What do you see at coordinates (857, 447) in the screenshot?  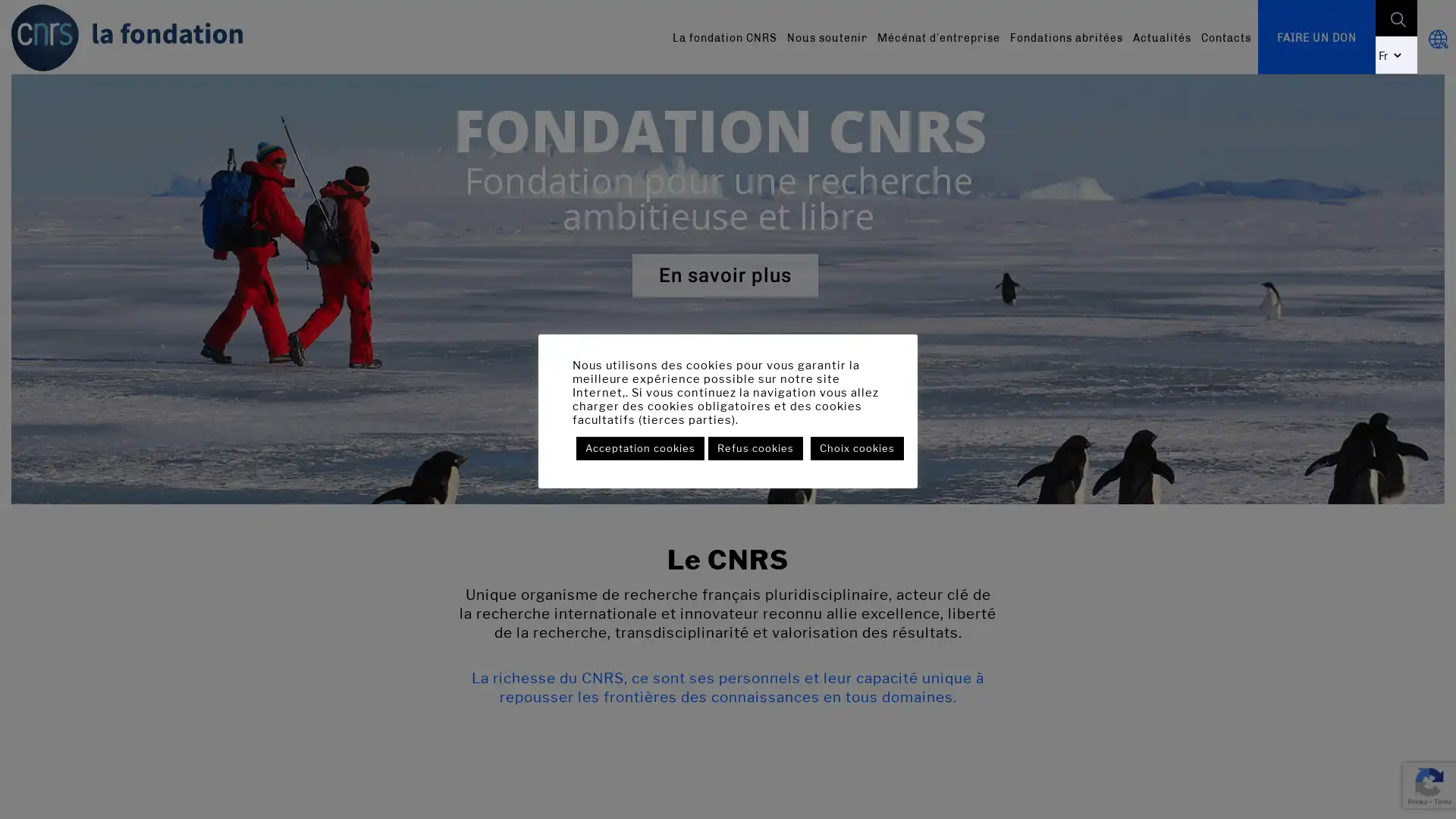 I see `Choix cookies` at bounding box center [857, 447].